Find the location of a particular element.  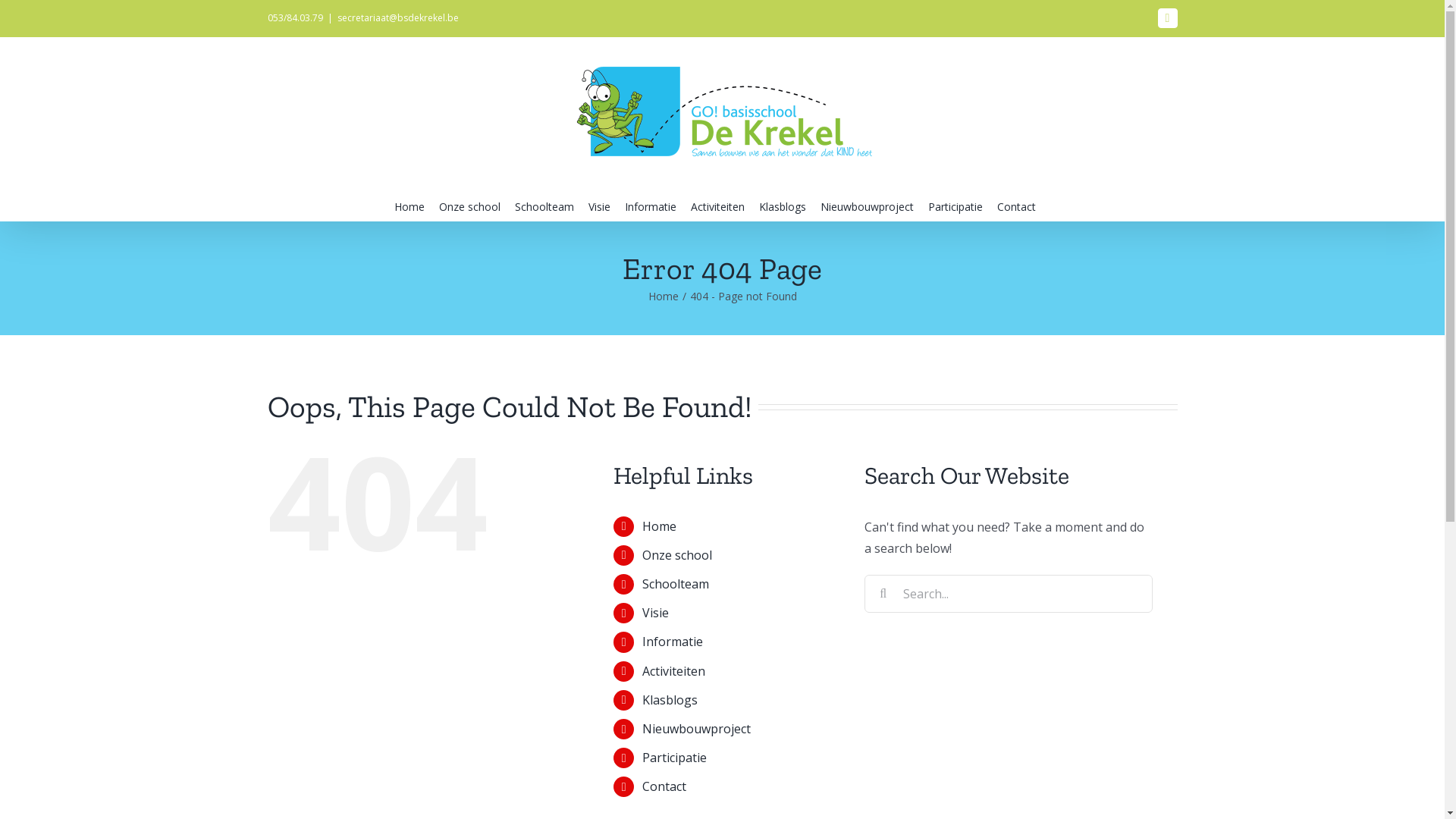

'Activiteiten' is located at coordinates (690, 205).